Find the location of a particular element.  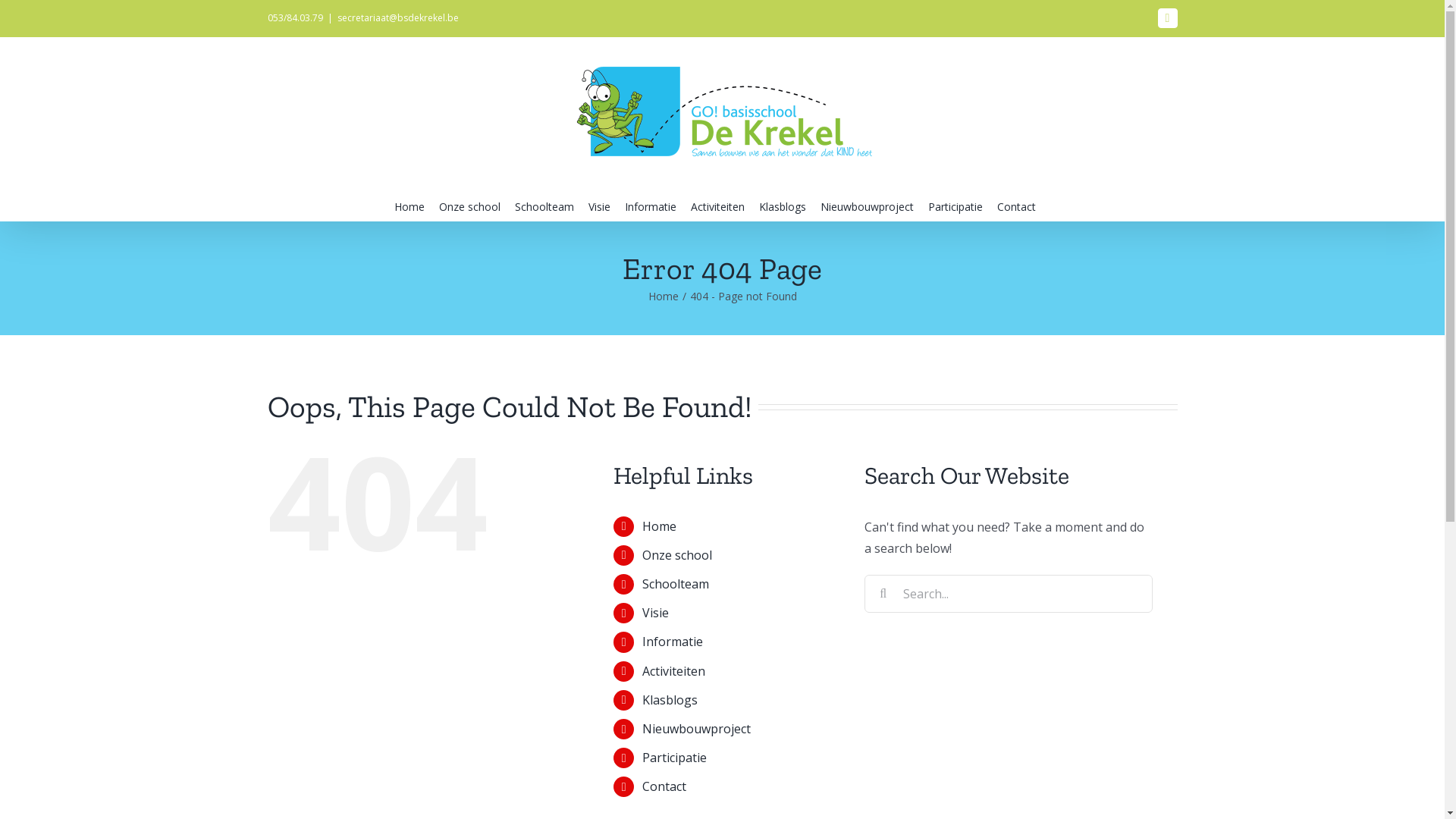

'Activiteiten' is located at coordinates (690, 205).